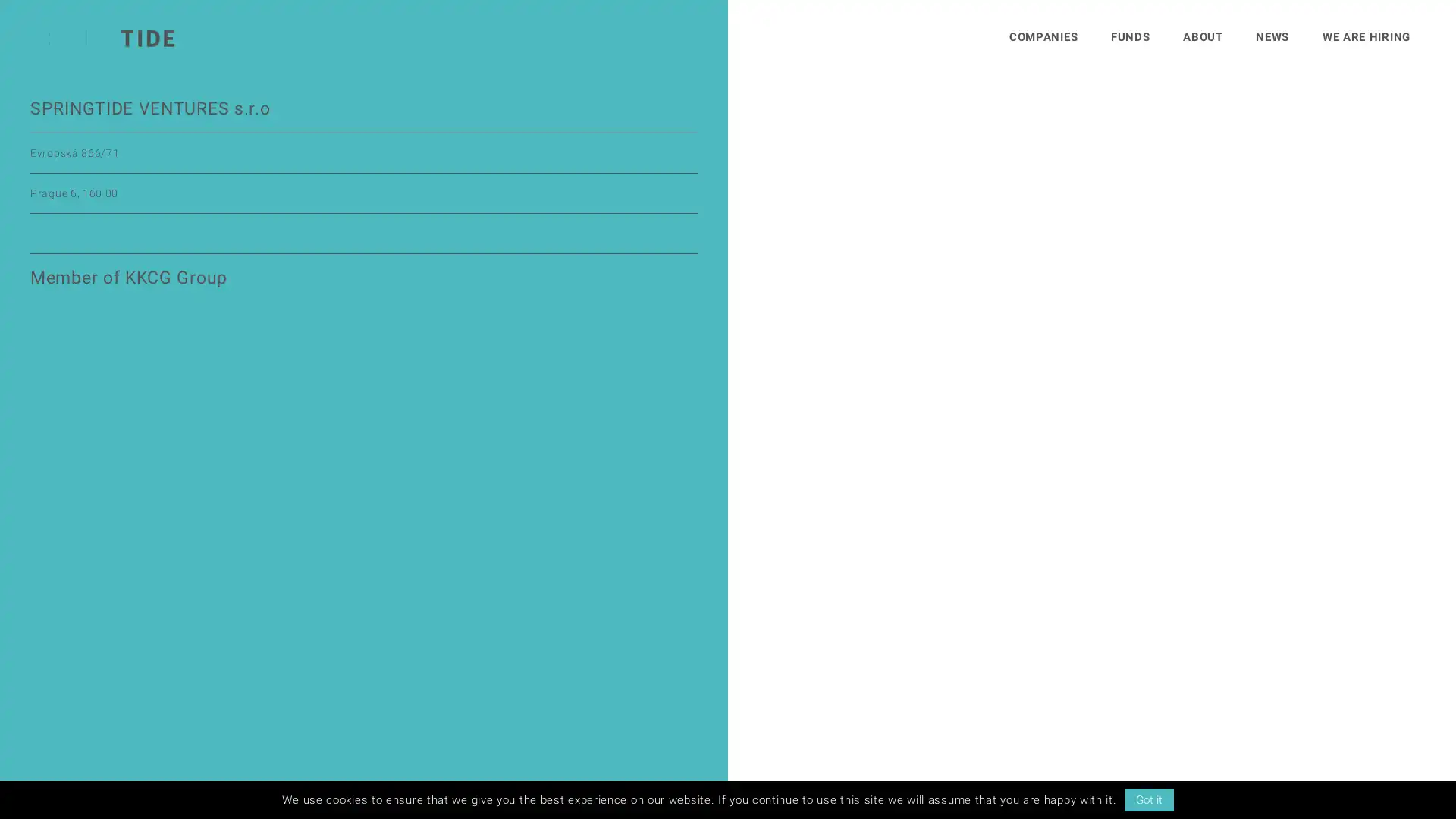 This screenshot has width=1456, height=819. I want to click on Got it, so click(1148, 799).